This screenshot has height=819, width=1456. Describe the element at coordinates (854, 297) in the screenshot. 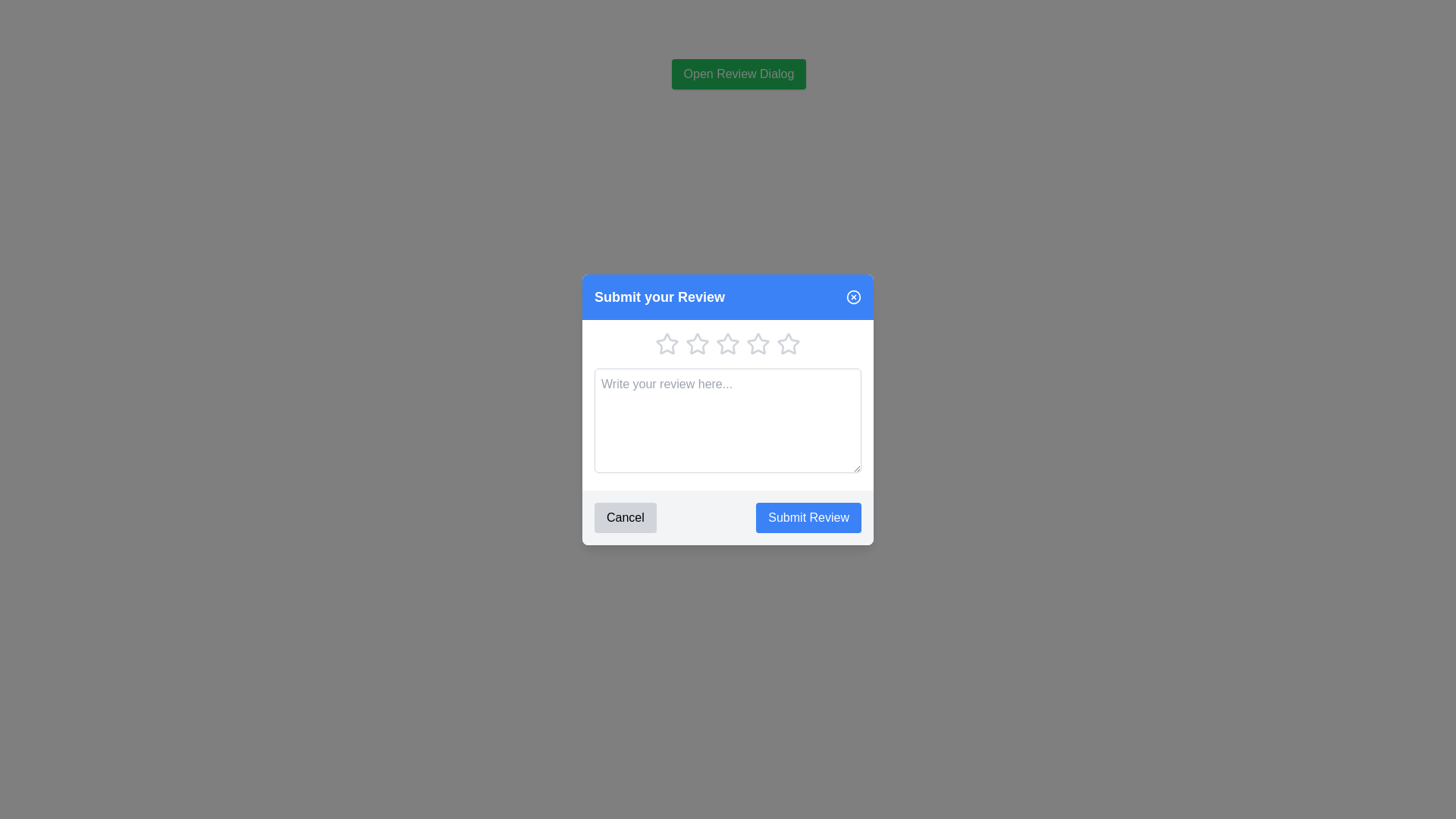

I see `the close button located in the top-right corner of the 'Submit your Review' dialog` at that location.